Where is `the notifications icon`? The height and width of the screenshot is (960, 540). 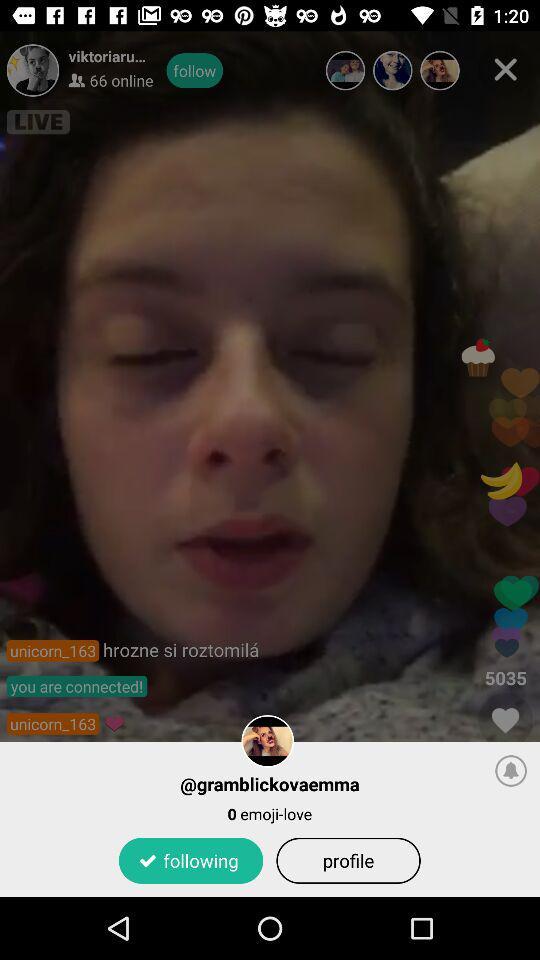 the notifications icon is located at coordinates (511, 825).